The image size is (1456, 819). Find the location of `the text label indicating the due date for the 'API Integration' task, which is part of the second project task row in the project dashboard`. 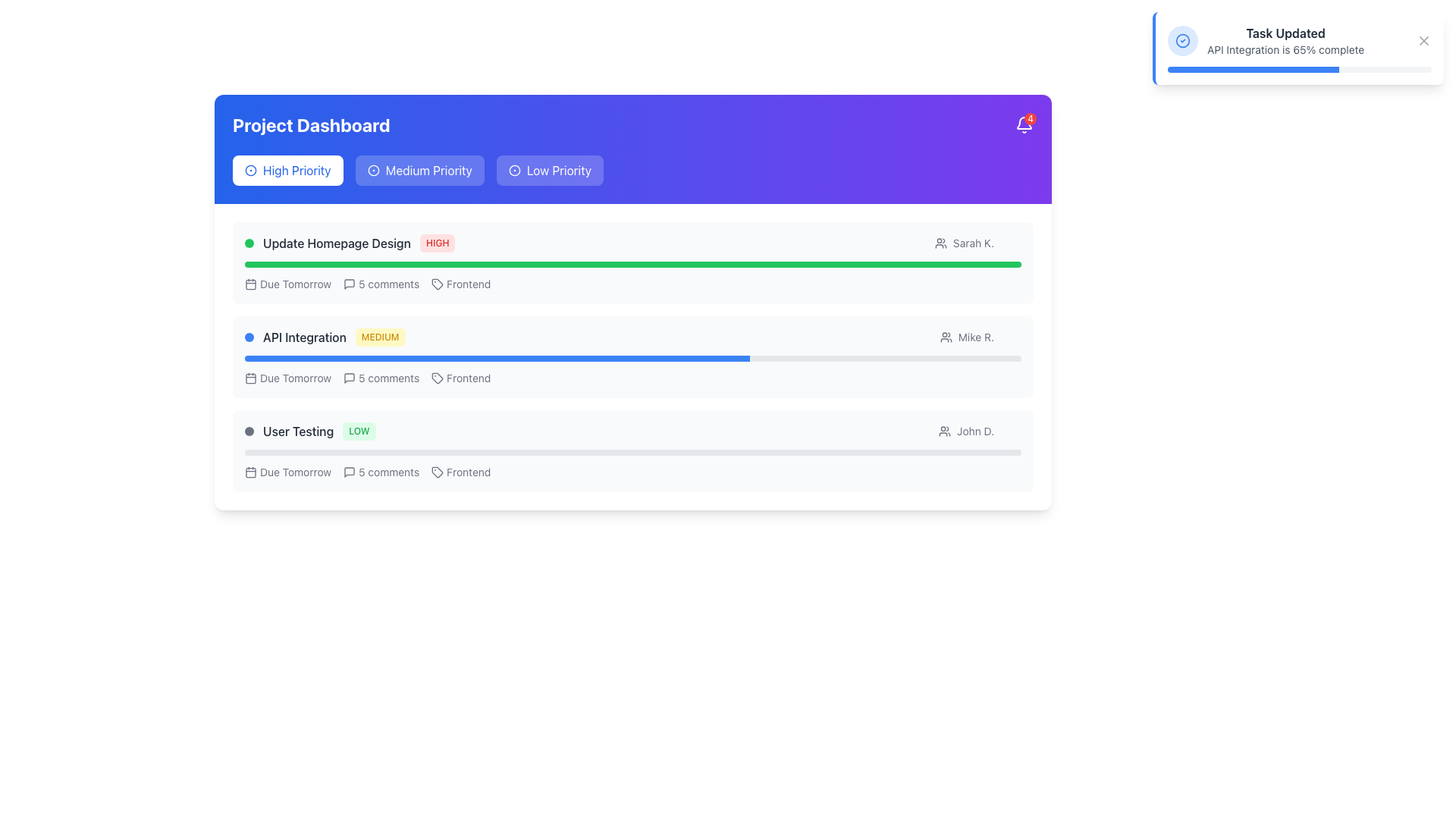

the text label indicating the due date for the 'API Integration' task, which is part of the second project task row in the project dashboard is located at coordinates (296, 377).